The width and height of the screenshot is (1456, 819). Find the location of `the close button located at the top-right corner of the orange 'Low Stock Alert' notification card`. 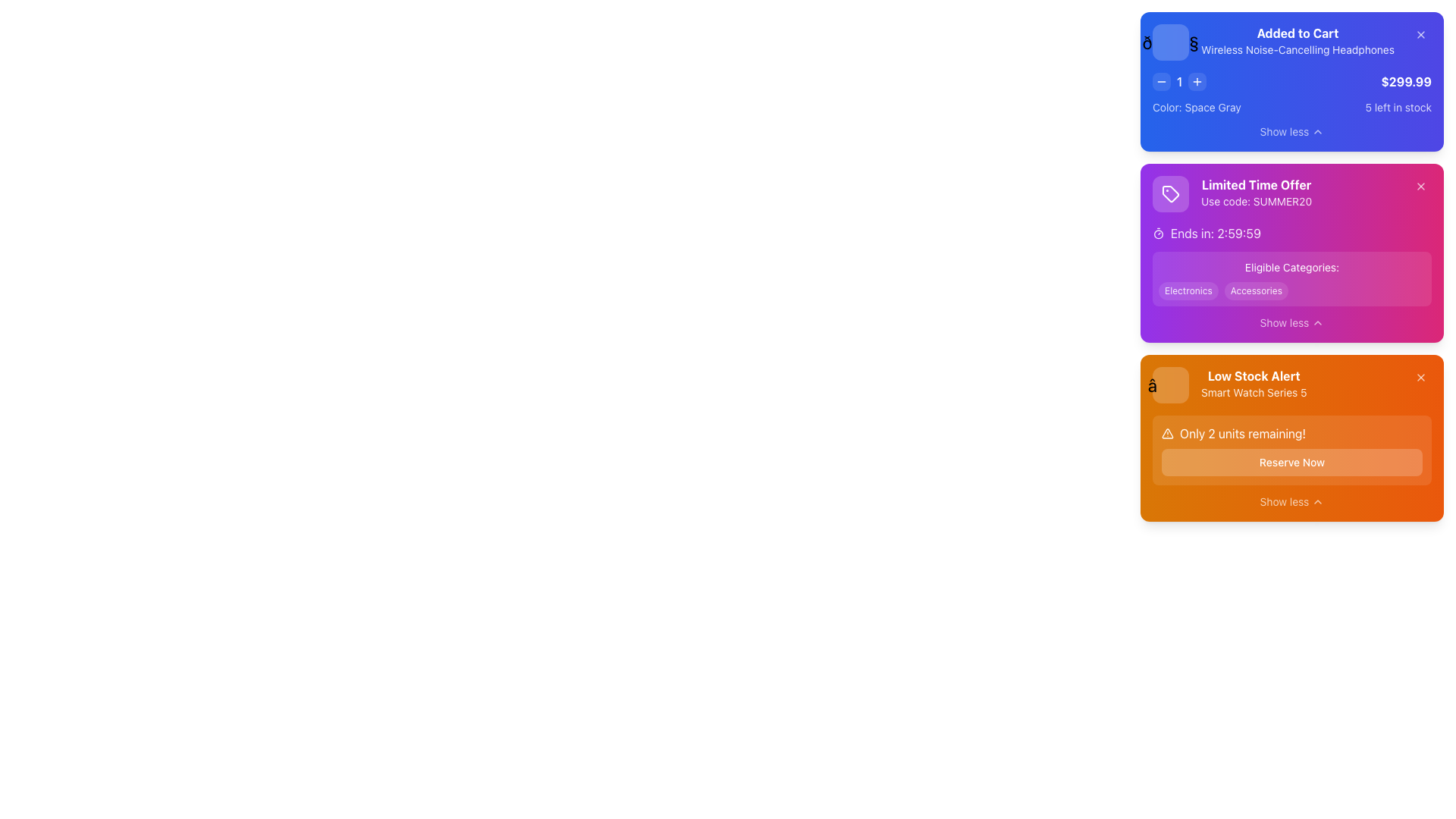

the close button located at the top-right corner of the orange 'Low Stock Alert' notification card is located at coordinates (1420, 376).